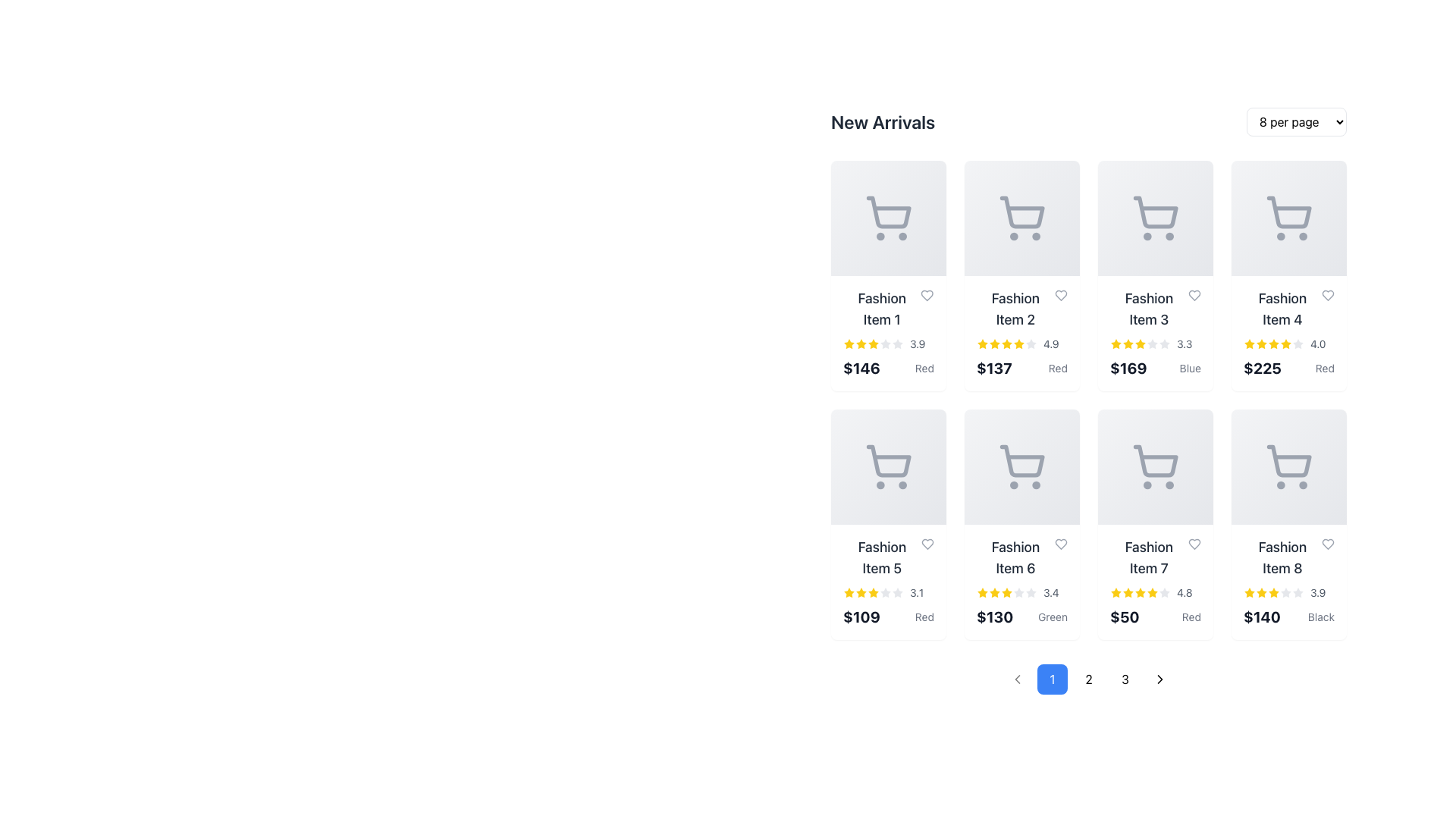 This screenshot has height=819, width=1456. I want to click on the heart icon located to the right of 'Fashion Item 7', so click(1193, 543).